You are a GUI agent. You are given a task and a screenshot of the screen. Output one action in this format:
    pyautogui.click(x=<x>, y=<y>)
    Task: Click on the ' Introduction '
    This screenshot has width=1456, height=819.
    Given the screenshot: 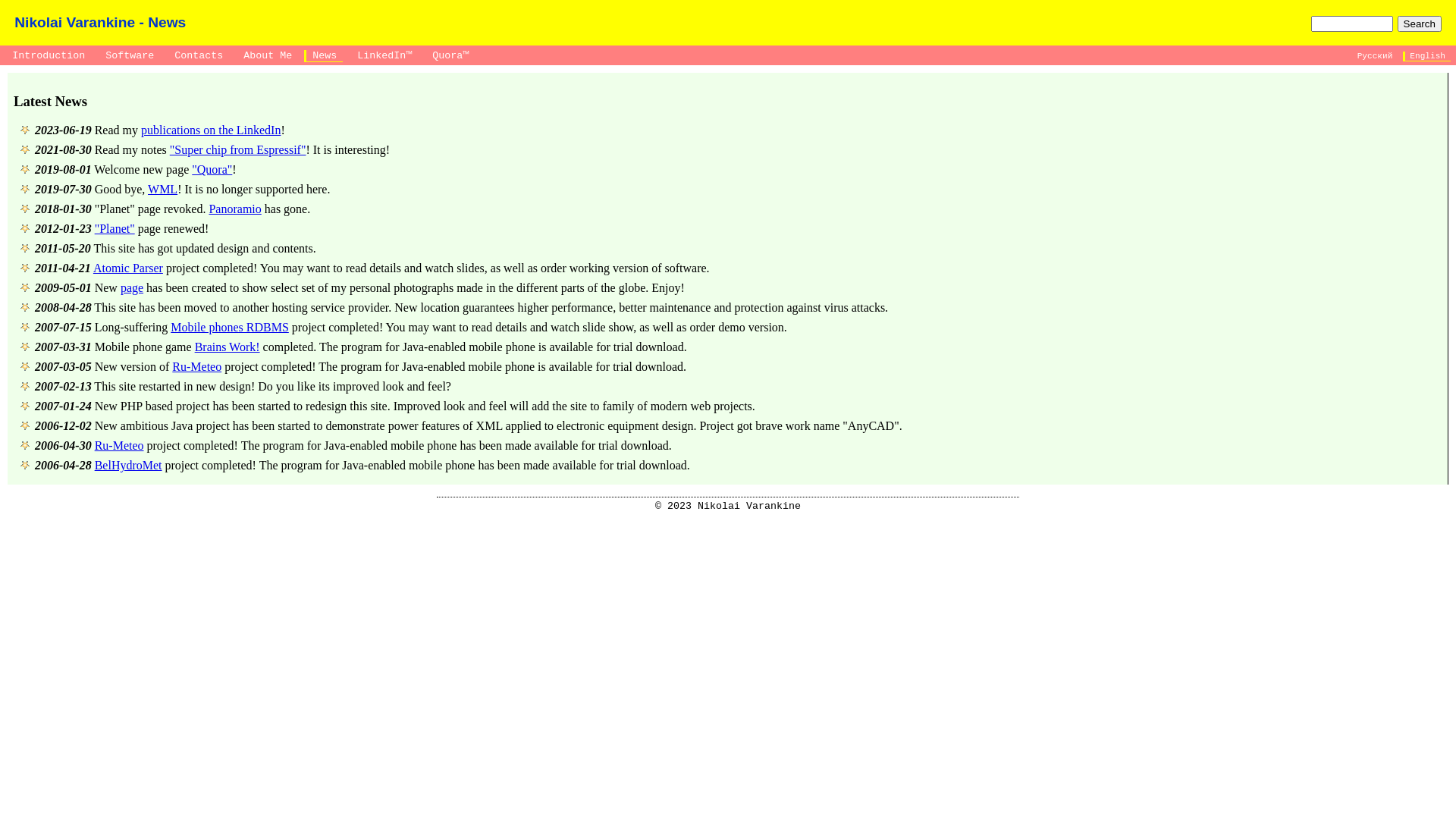 What is the action you would take?
    pyautogui.click(x=3, y=55)
    